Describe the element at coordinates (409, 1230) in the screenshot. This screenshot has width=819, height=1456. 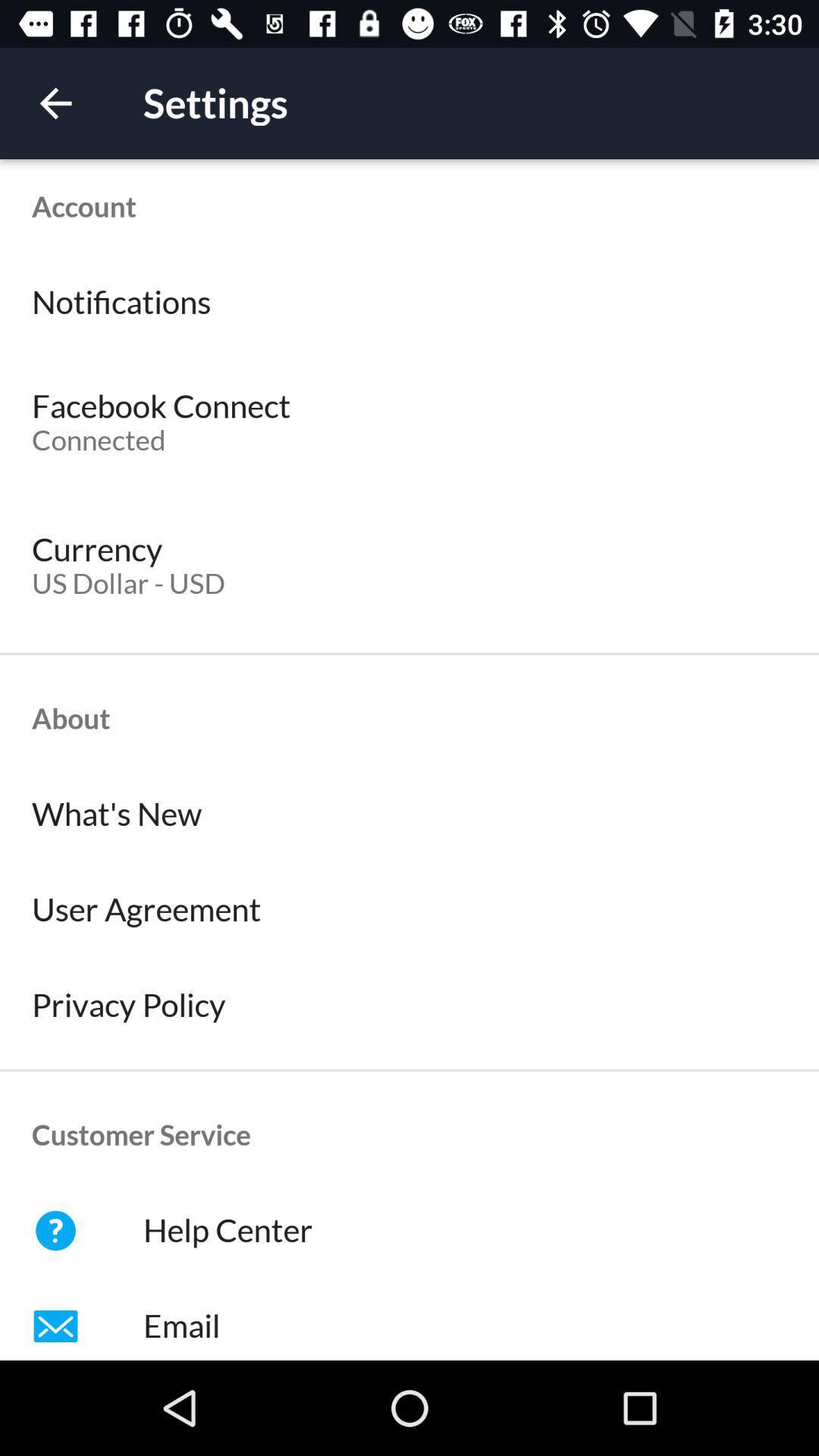
I see `icon above email` at that location.